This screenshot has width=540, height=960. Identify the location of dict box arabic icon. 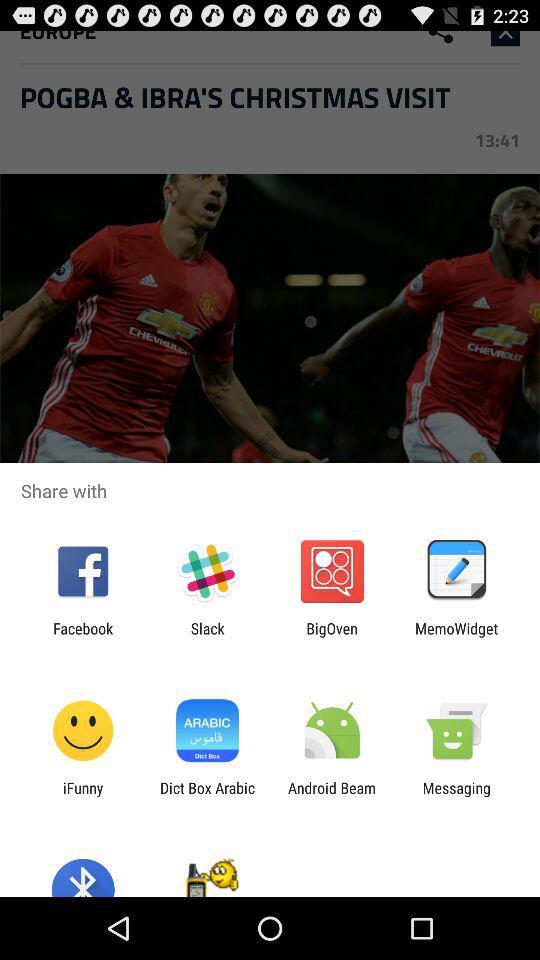
(206, 796).